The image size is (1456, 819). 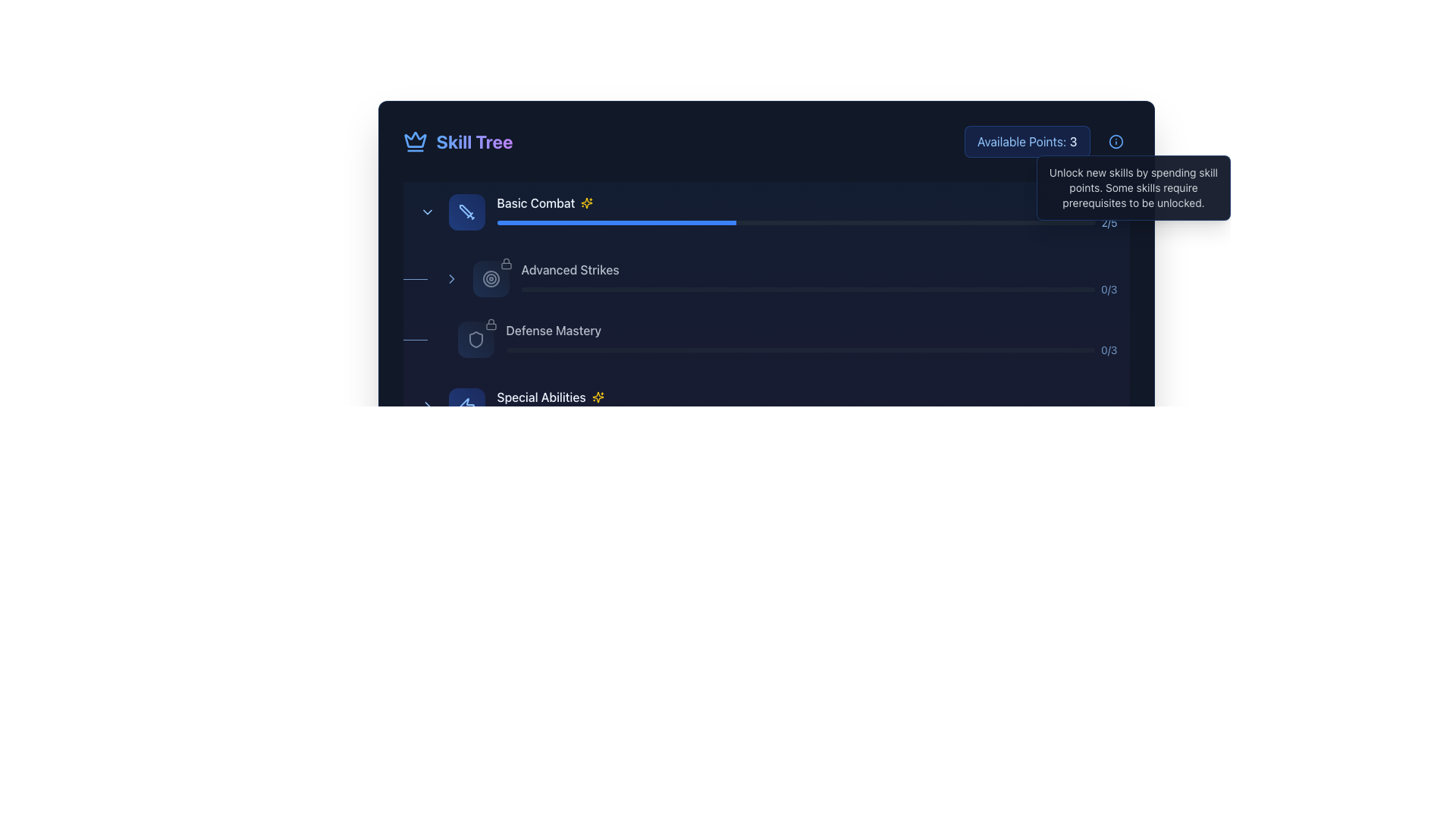 I want to click on the Text Label that identifies a particular skill or feature available in the skill tree by moving the cursor to its center, so click(x=811, y=329).